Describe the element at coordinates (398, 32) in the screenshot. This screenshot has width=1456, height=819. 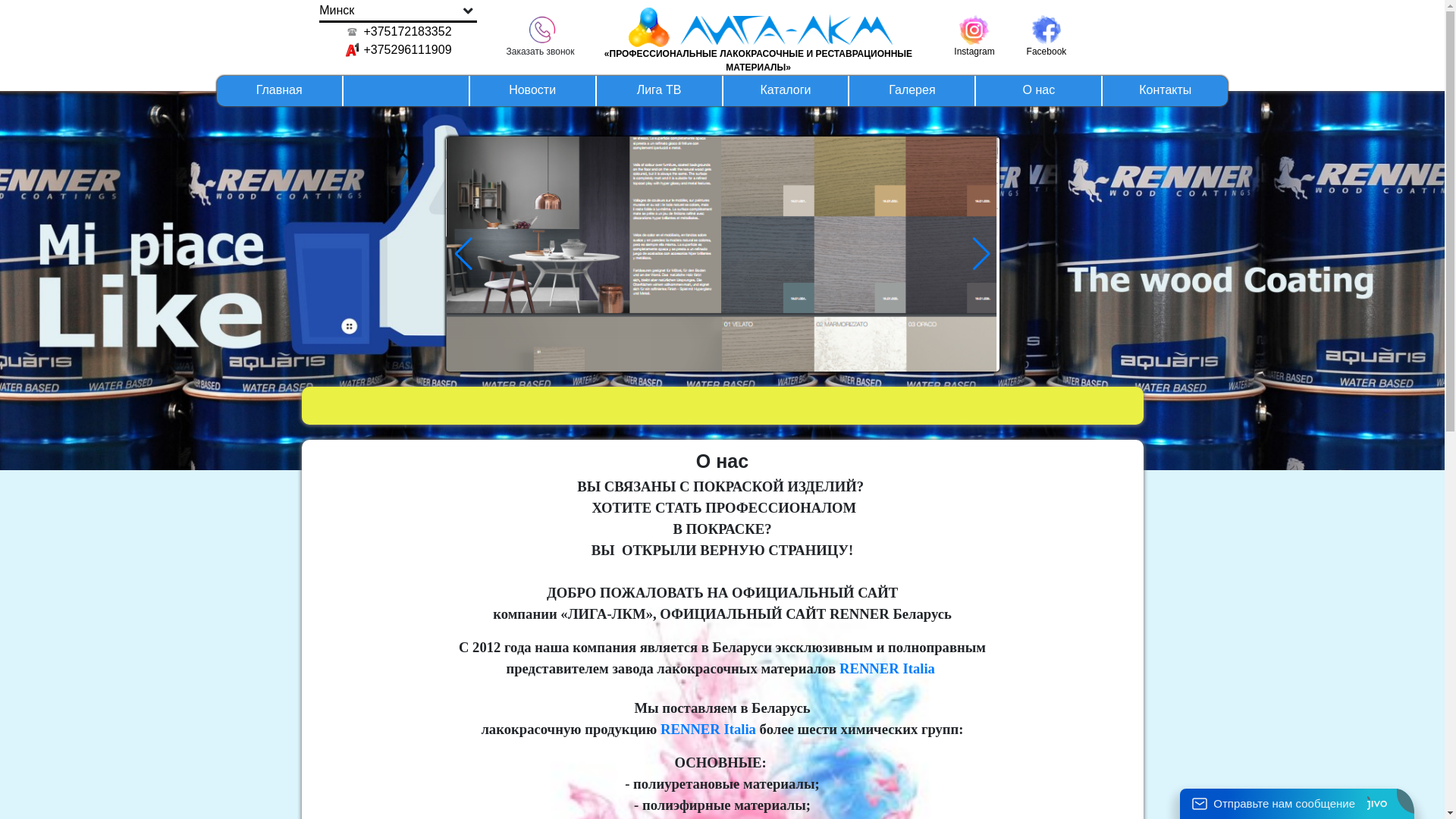
I see `'+375172183352'` at that location.